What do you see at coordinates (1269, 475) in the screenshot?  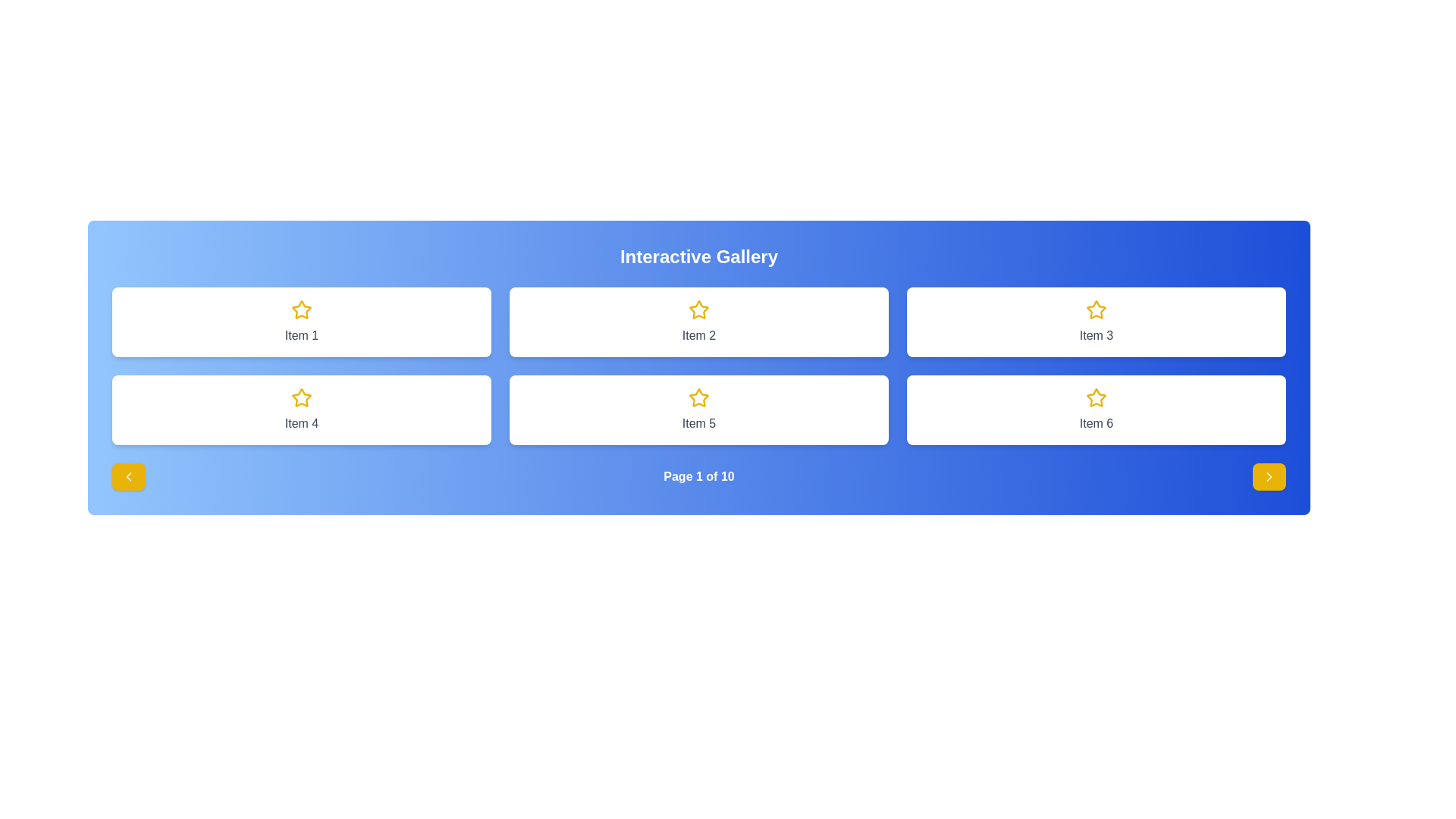 I see `the right-pointing chevron icon within the yellow button located at the bottom-right corner of the interface` at bounding box center [1269, 475].